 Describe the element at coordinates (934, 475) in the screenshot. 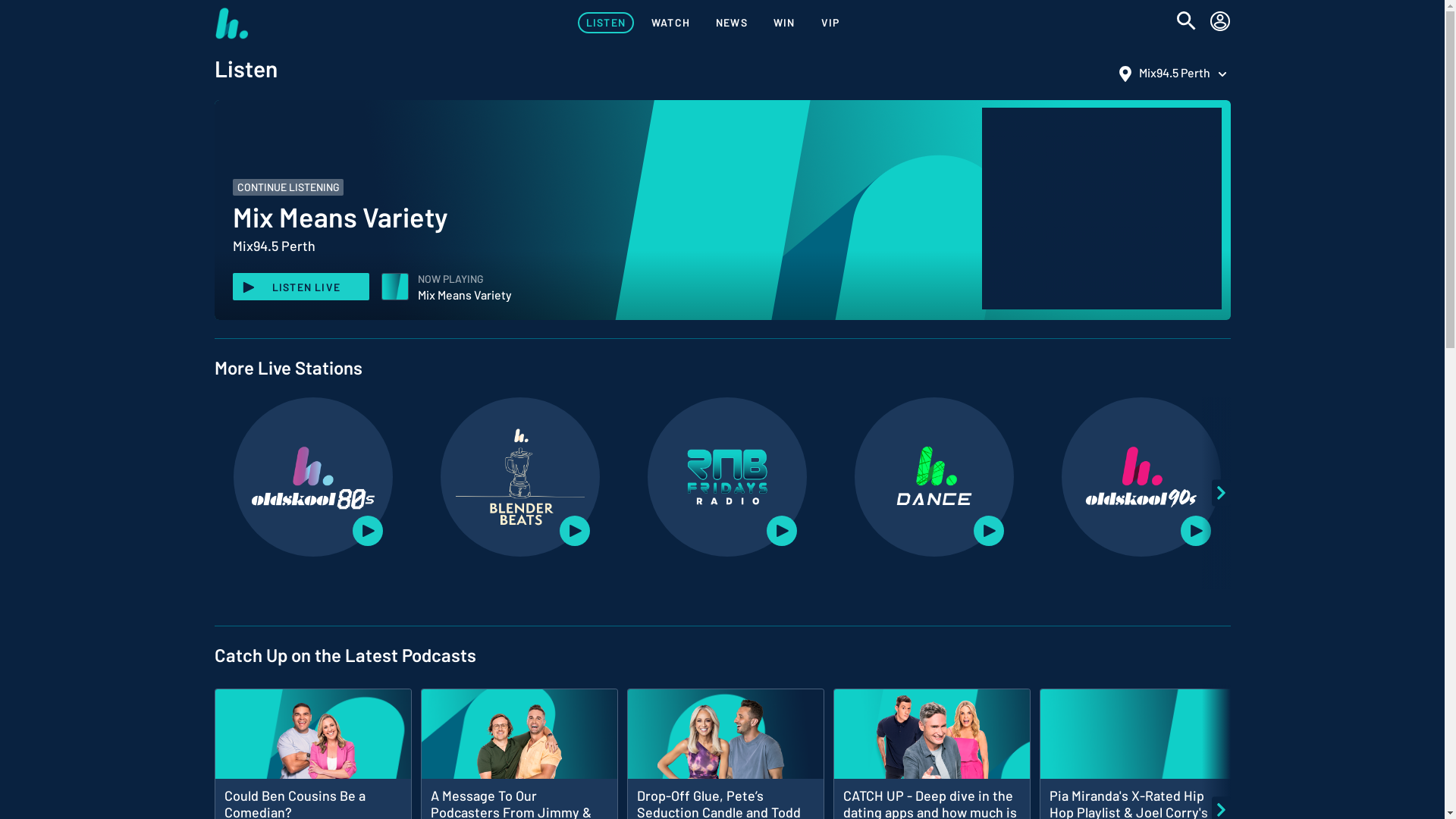

I see `'Dance Hits'` at that location.